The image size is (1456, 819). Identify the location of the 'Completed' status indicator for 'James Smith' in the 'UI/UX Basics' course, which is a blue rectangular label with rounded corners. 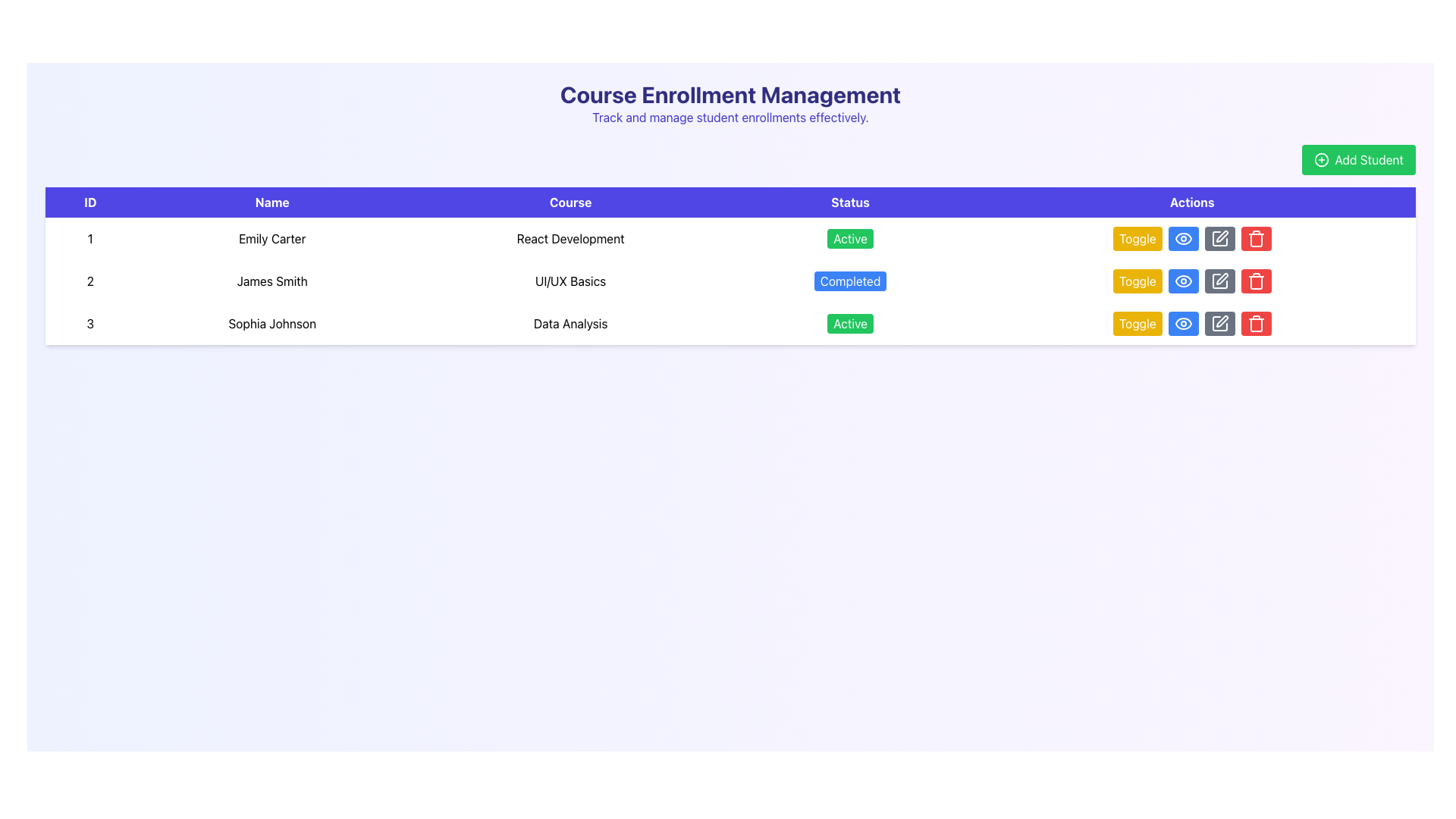
(850, 281).